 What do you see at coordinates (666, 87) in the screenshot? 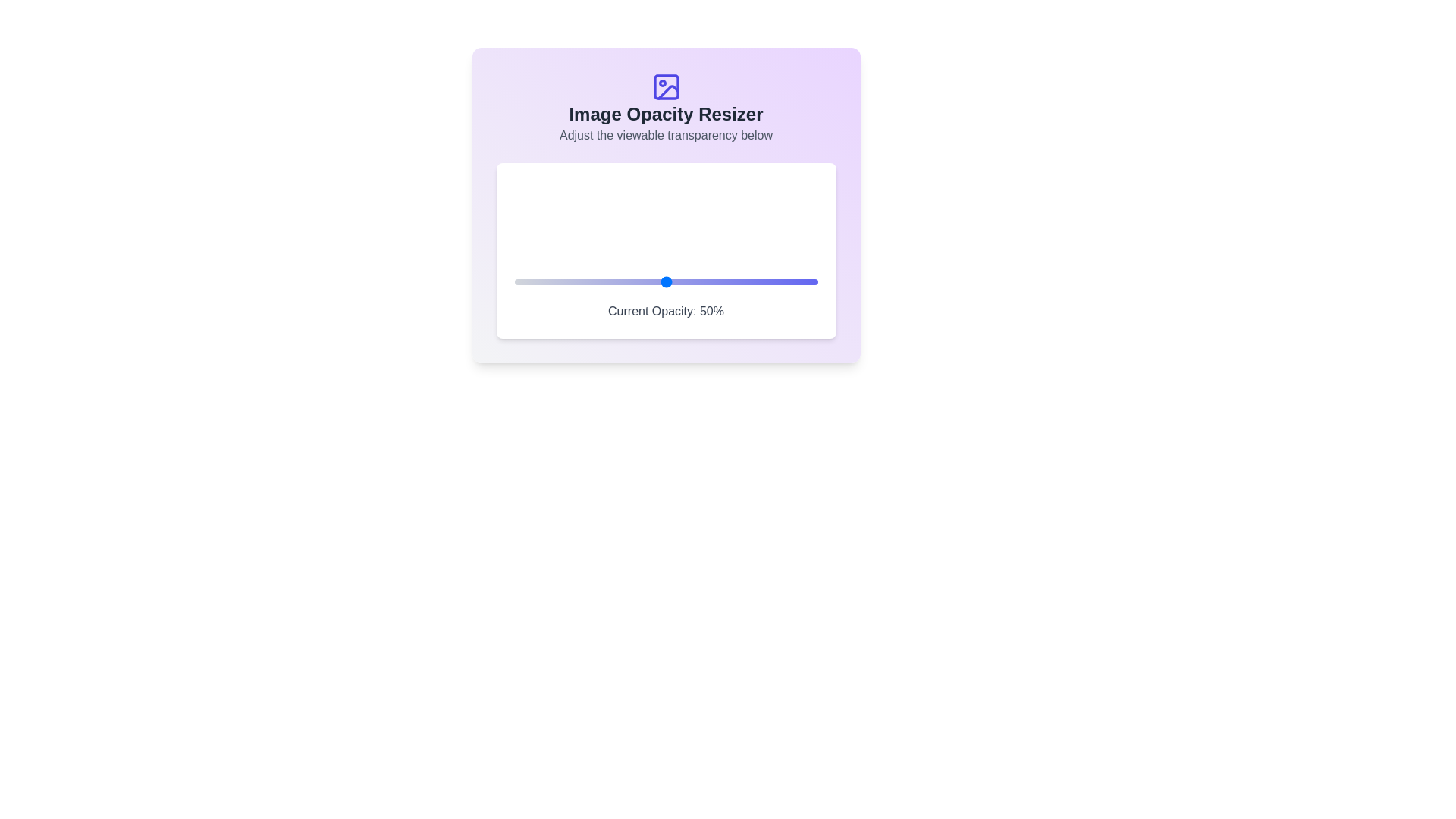
I see `the header icon of the Image Opacity Resizer component` at bounding box center [666, 87].